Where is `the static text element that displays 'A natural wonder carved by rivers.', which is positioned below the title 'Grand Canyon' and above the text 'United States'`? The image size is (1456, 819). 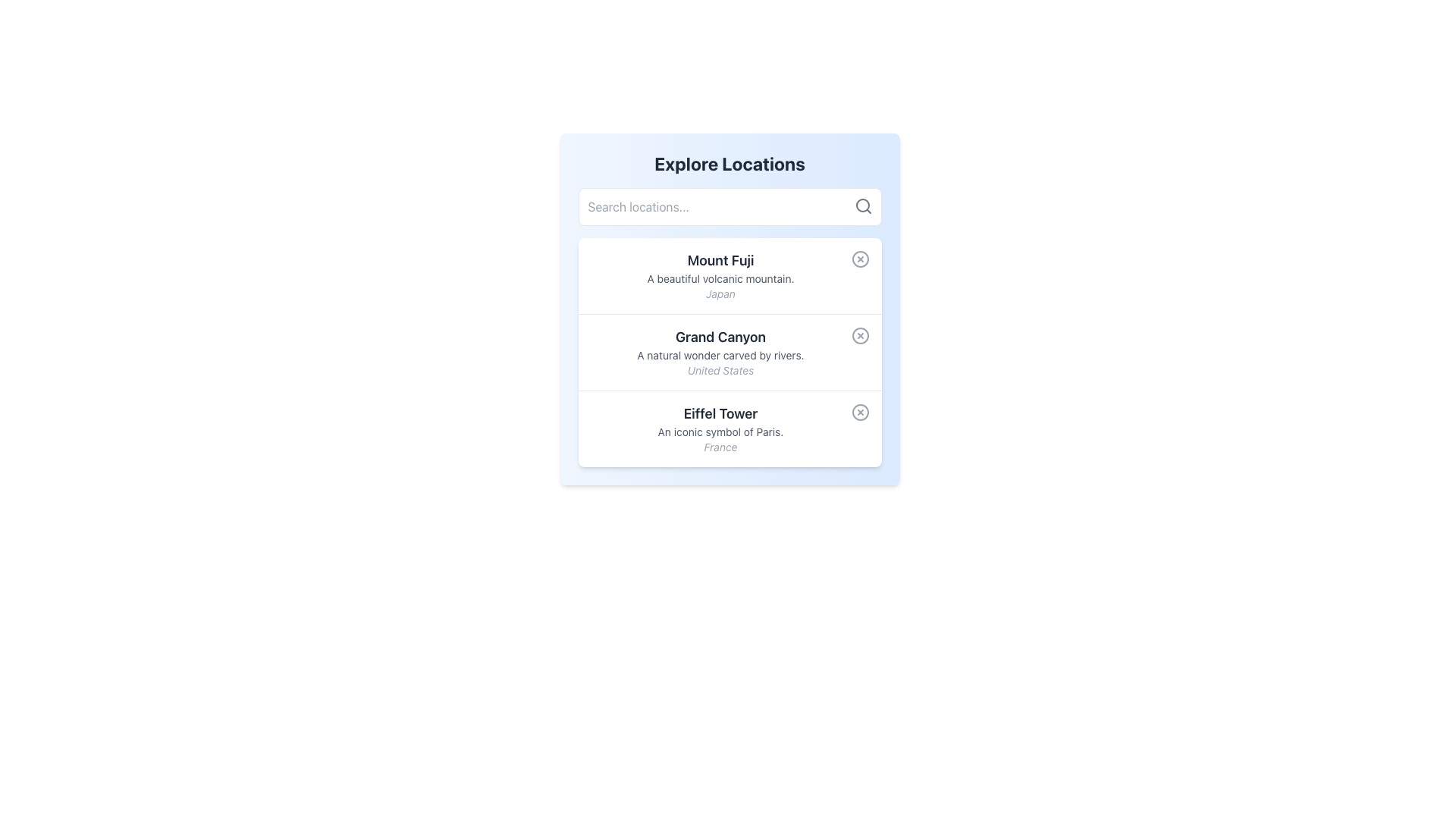 the static text element that displays 'A natural wonder carved by rivers.', which is positioned below the title 'Grand Canyon' and above the text 'United States' is located at coordinates (720, 356).